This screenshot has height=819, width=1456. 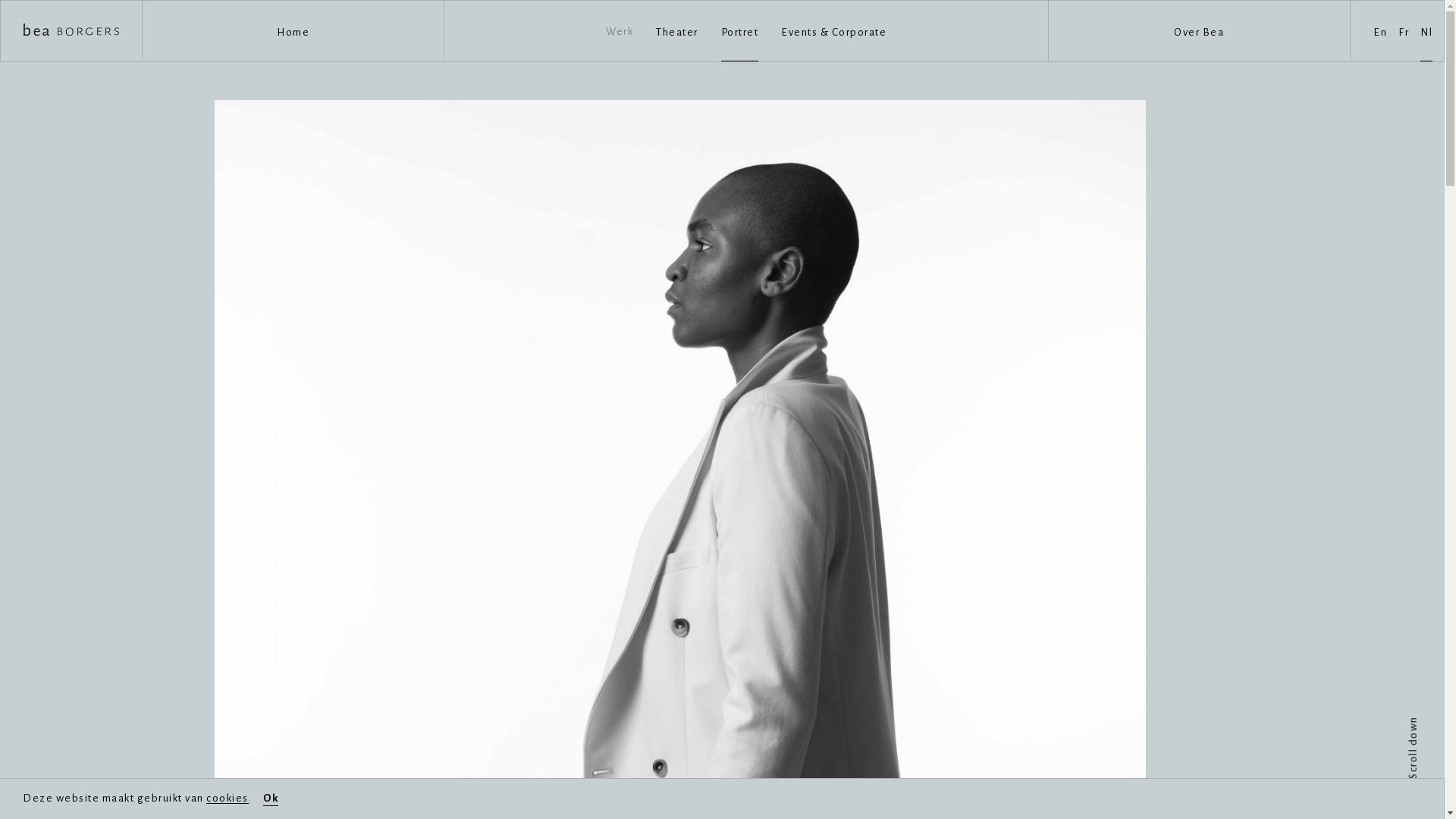 What do you see at coordinates (262, 798) in the screenshot?
I see `'Ok'` at bounding box center [262, 798].